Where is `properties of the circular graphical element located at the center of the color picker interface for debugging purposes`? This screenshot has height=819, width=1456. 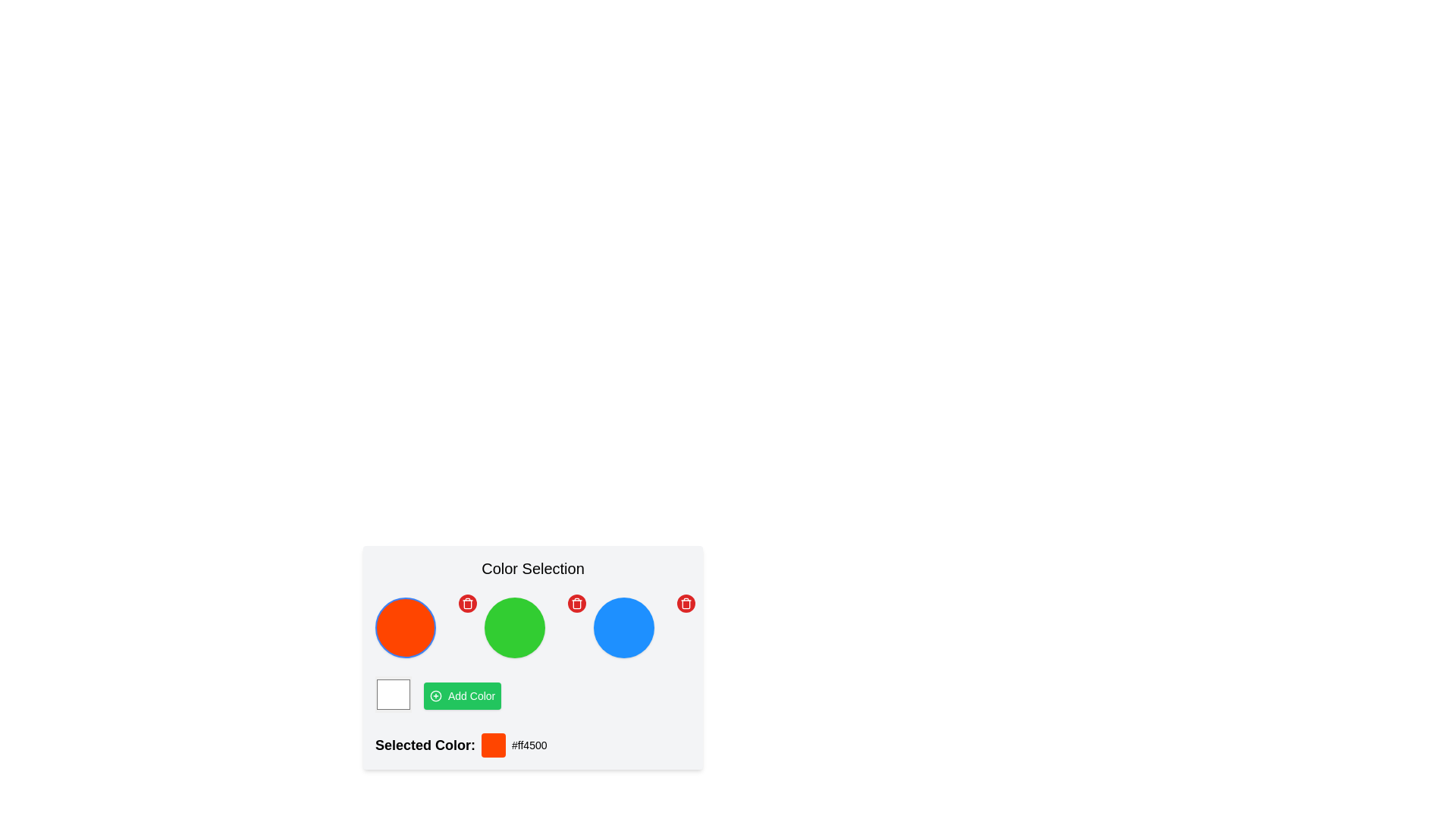 properties of the circular graphical element located at the center of the color picker interface for debugging purposes is located at coordinates (435, 695).